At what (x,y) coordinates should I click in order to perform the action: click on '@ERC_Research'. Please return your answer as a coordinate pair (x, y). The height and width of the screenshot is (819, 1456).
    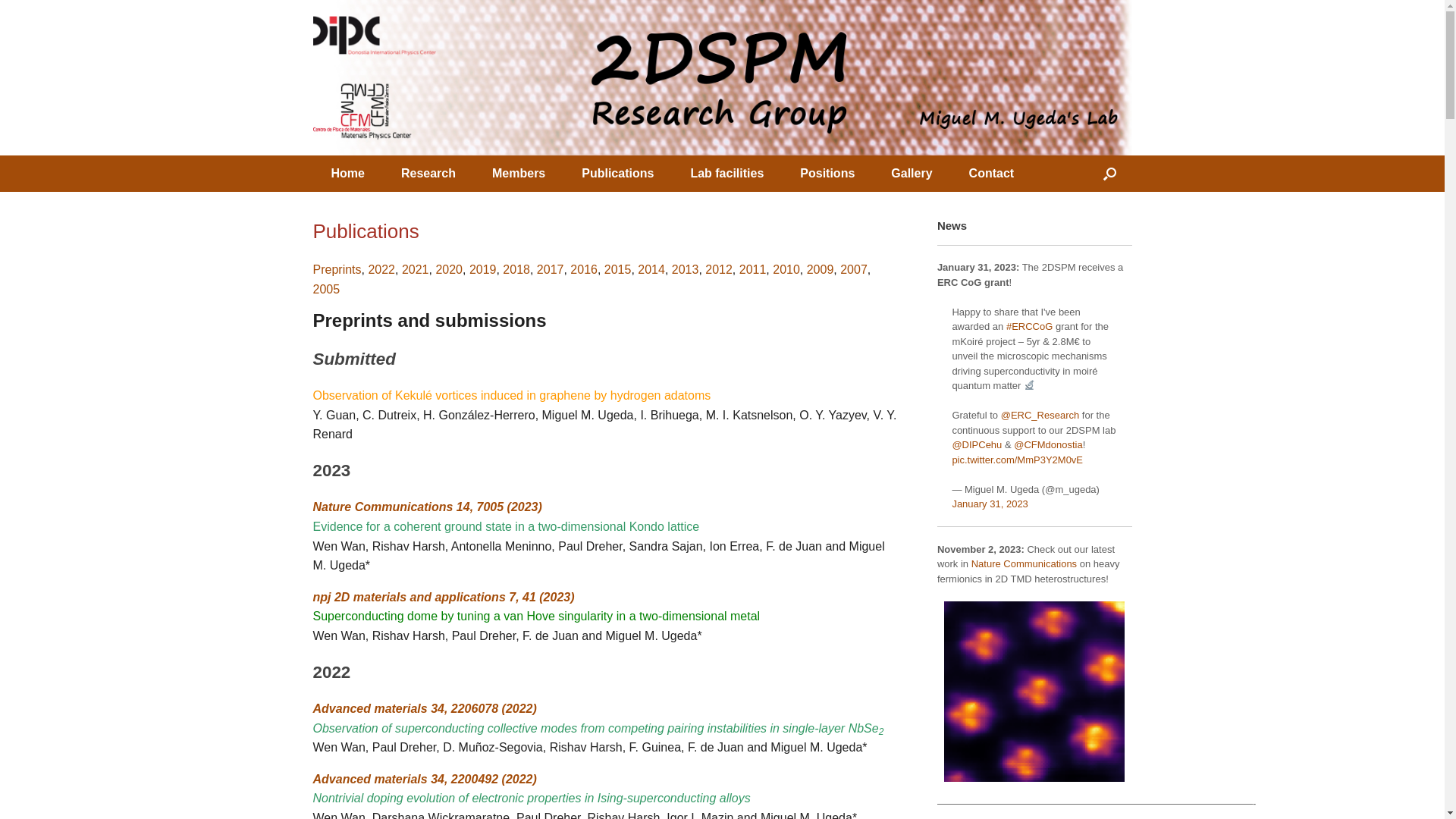
    Looking at the image, I should click on (1040, 415).